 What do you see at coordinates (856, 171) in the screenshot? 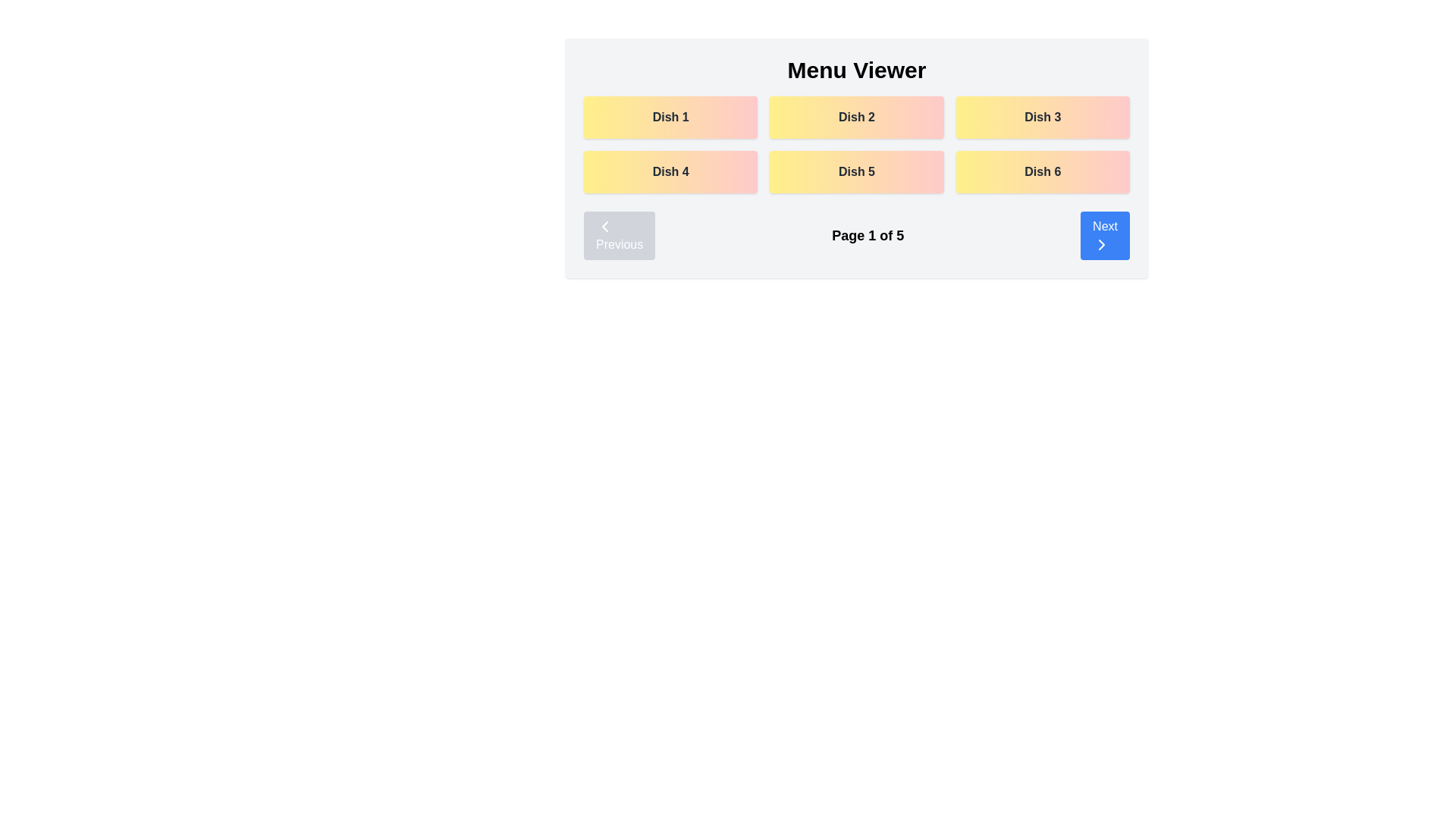
I see `the 'Dish 5' button, which is a rectangular button with a gradient background and bold, centered text` at bounding box center [856, 171].